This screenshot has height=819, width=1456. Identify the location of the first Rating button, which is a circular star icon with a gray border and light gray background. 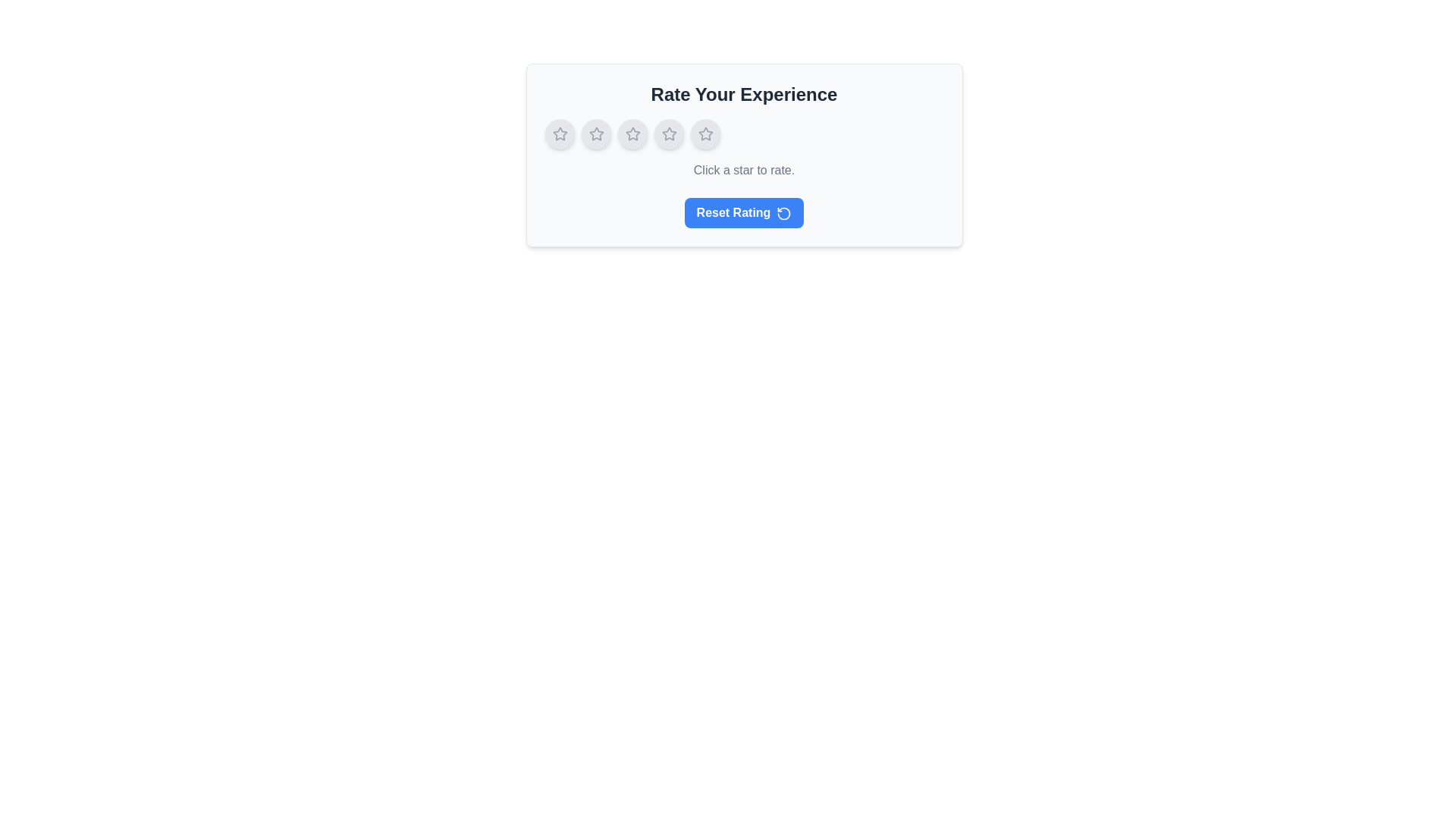
(559, 133).